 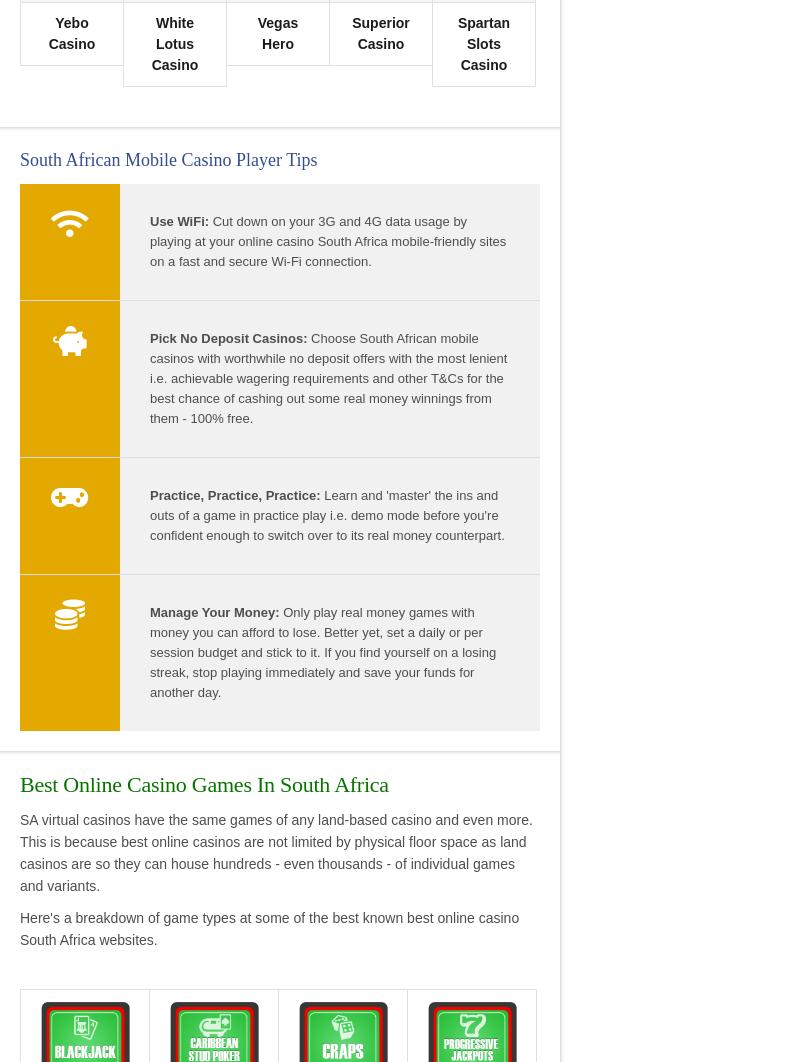 What do you see at coordinates (276, 851) in the screenshot?
I see `'SA virtual casinos have the same games of any land-based casino and even more. This is because best online casinos are not limited by physical floor space as land casinos are so they can house hundreds - even thousands - of individual games and variants.'` at bounding box center [276, 851].